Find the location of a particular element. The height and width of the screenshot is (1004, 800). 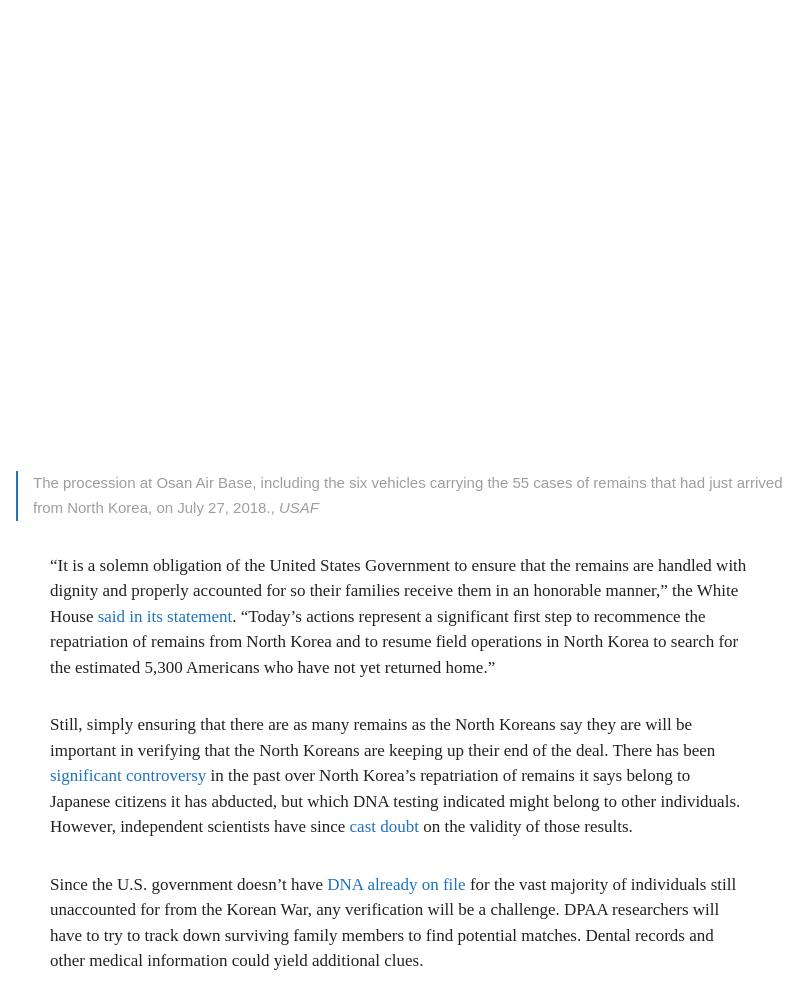

'on the validity of those results.' is located at coordinates (418, 826).